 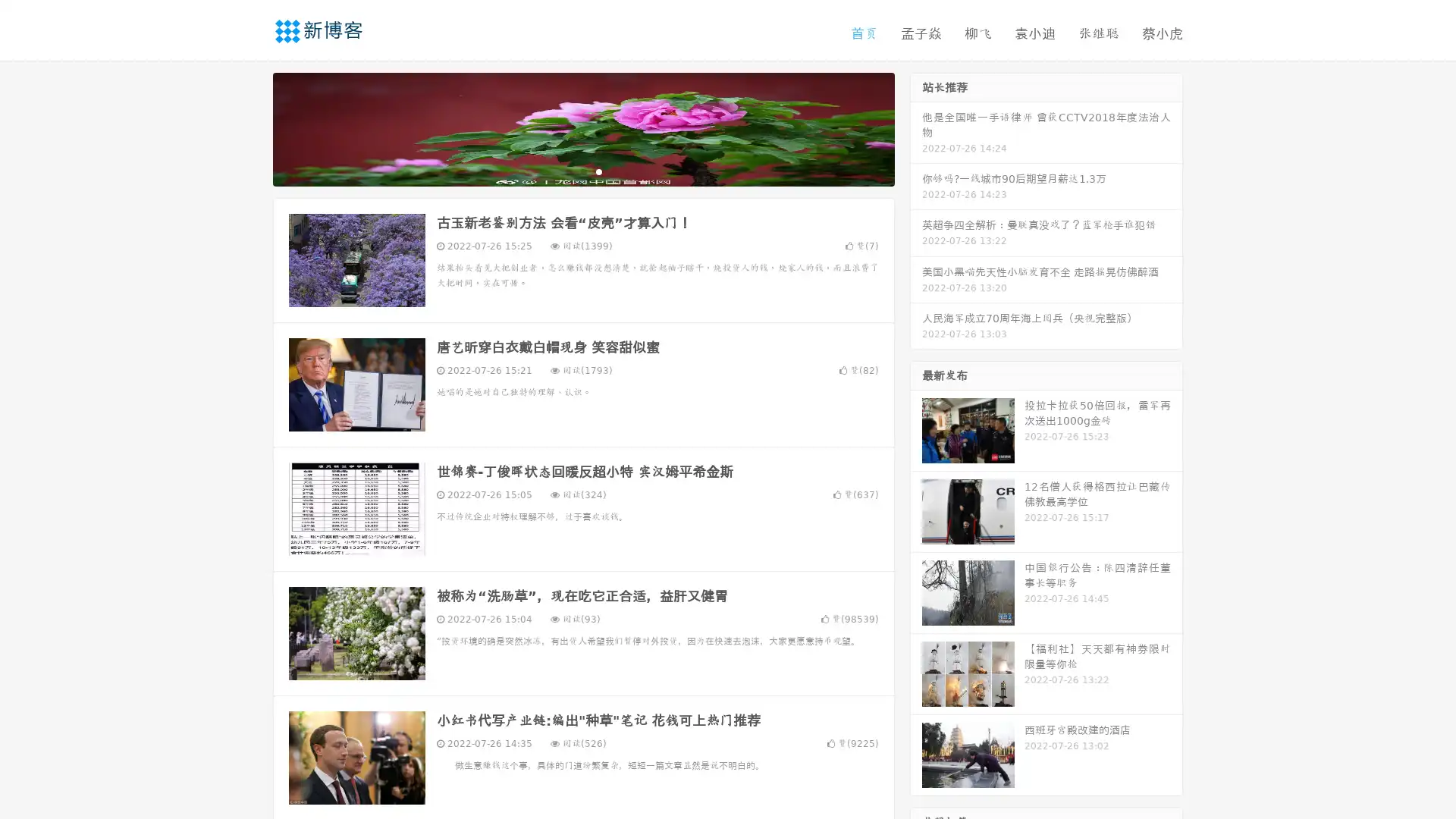 What do you see at coordinates (582, 171) in the screenshot?
I see `Go to slide 2` at bounding box center [582, 171].